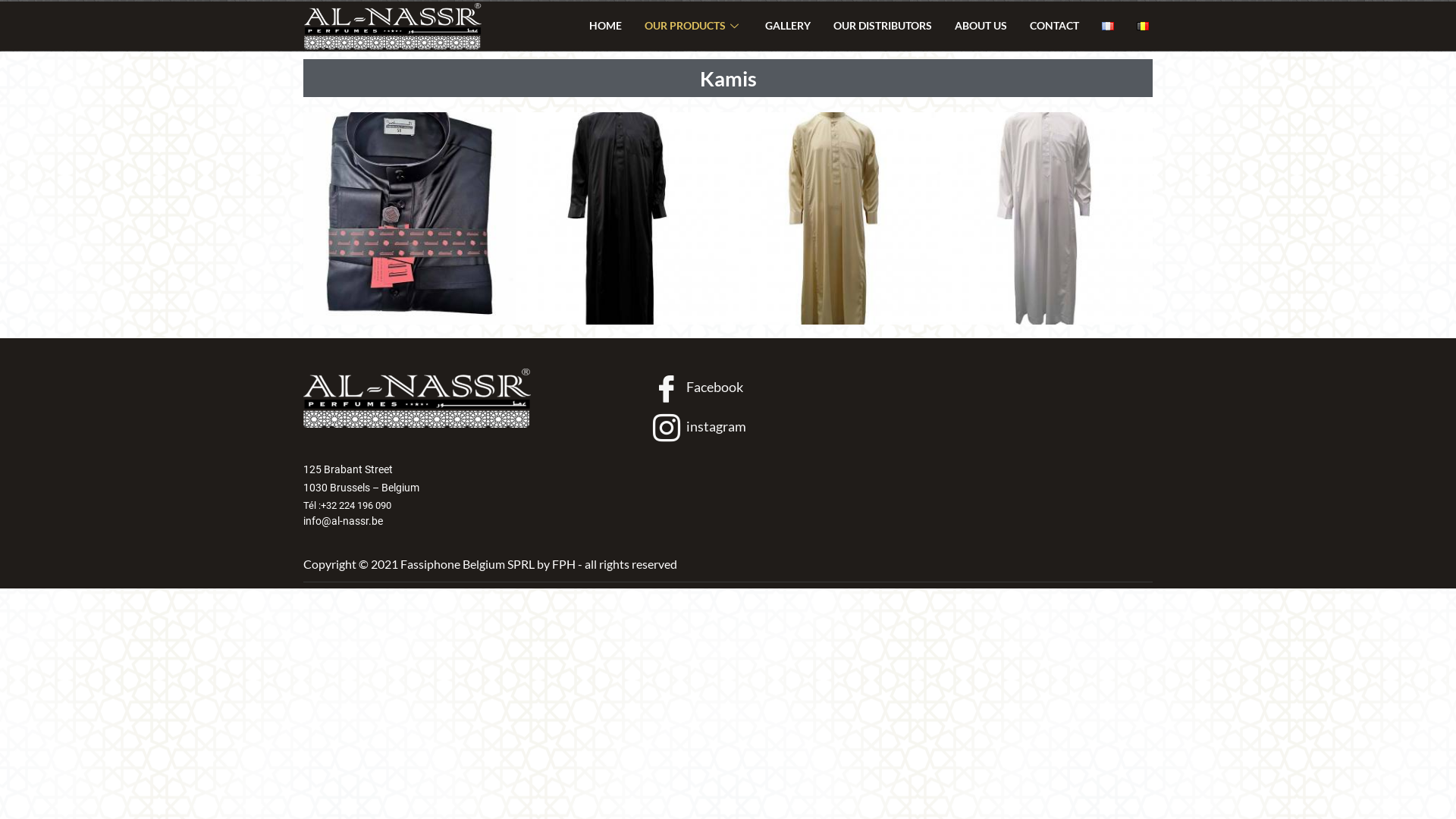 This screenshot has height=819, width=1456. What do you see at coordinates (981, 26) in the screenshot?
I see `'ABOUT US'` at bounding box center [981, 26].